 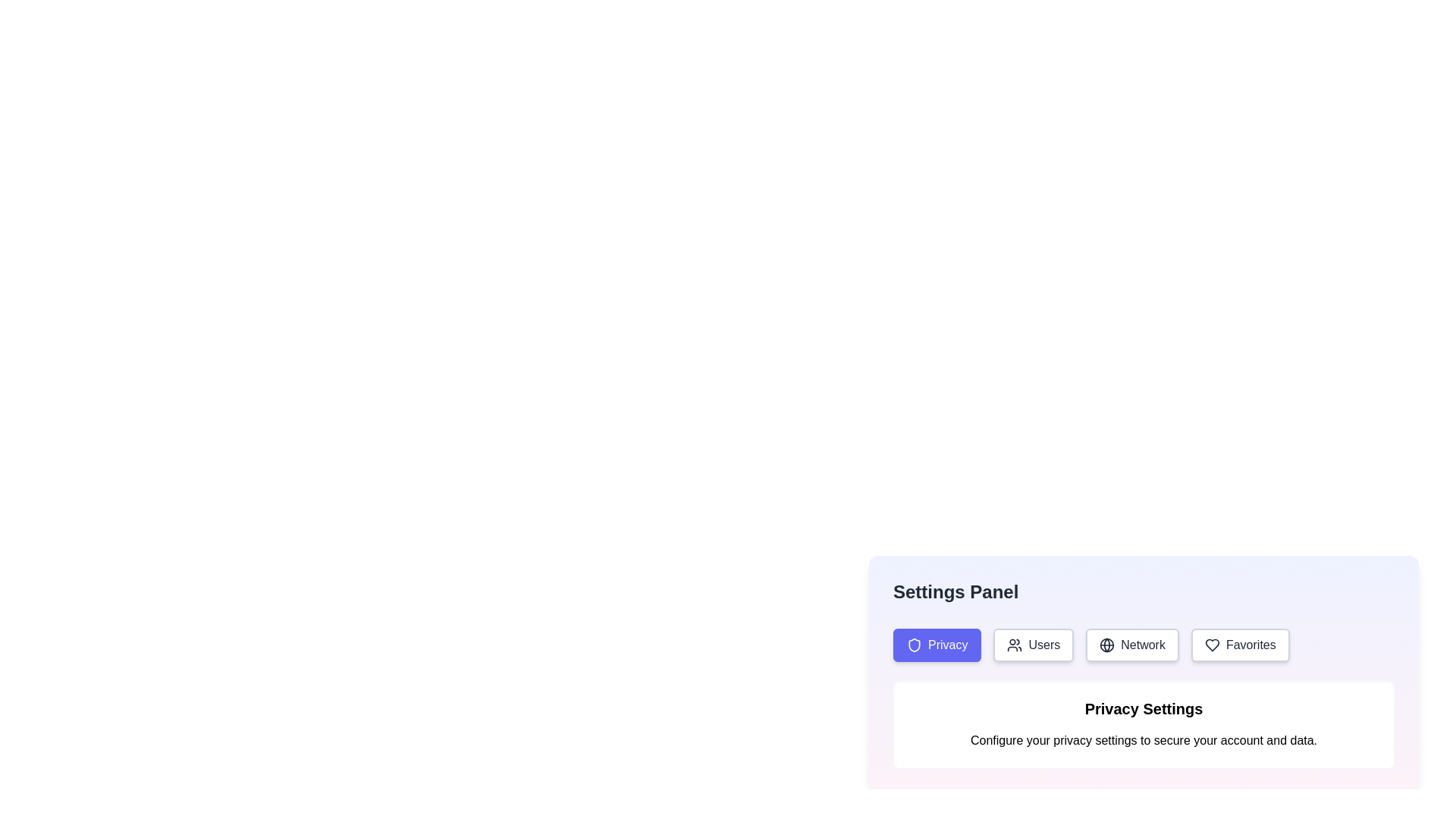 I want to click on the third button in the navigation bar located at the top of the 'Settings Panel', so click(x=1144, y=645).